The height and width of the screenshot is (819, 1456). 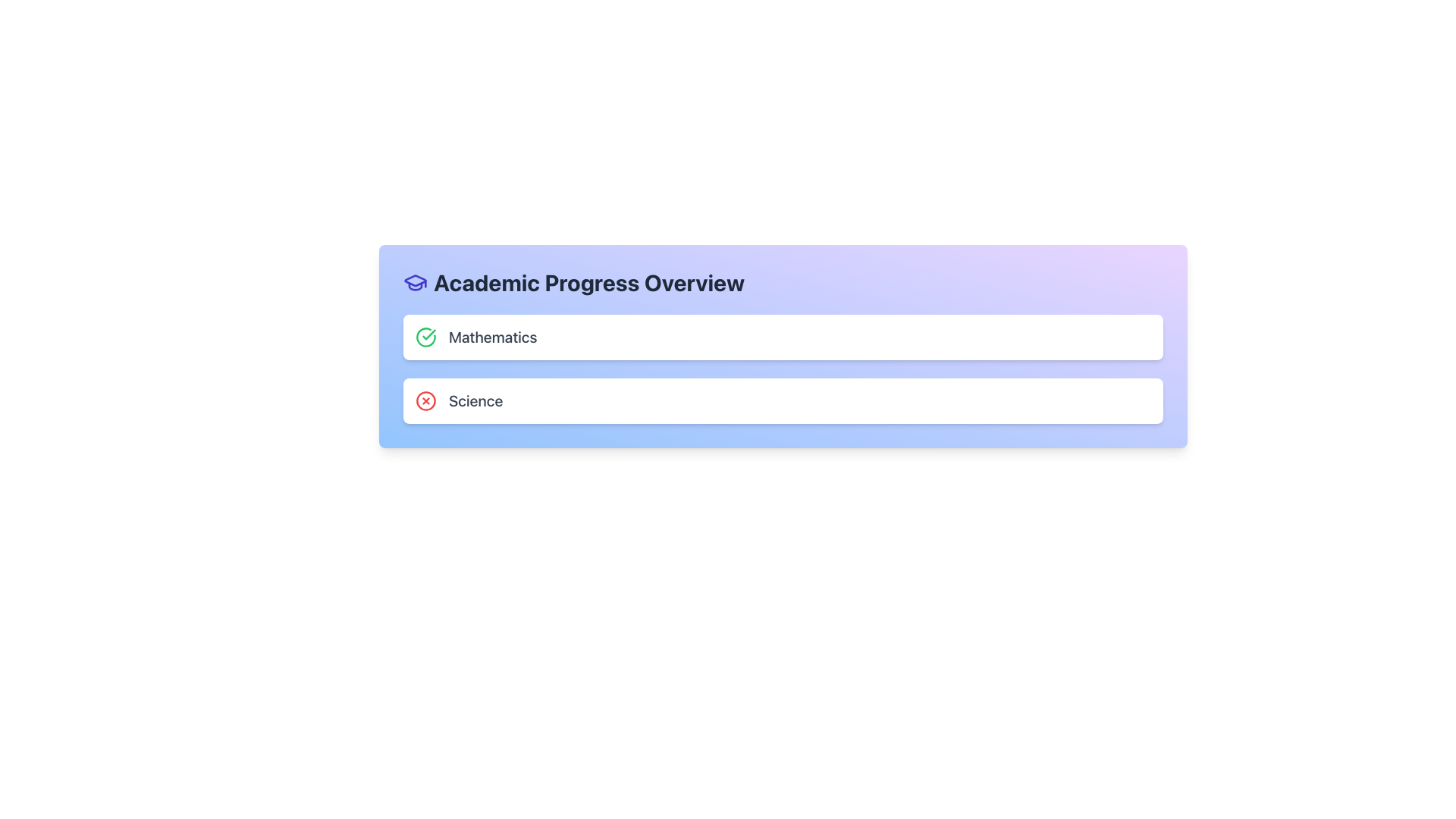 I want to click on the Text Label displaying 'Mathematics', which is styled in large medium-bold gray font and positioned to the right of a green check icon, so click(x=493, y=336).